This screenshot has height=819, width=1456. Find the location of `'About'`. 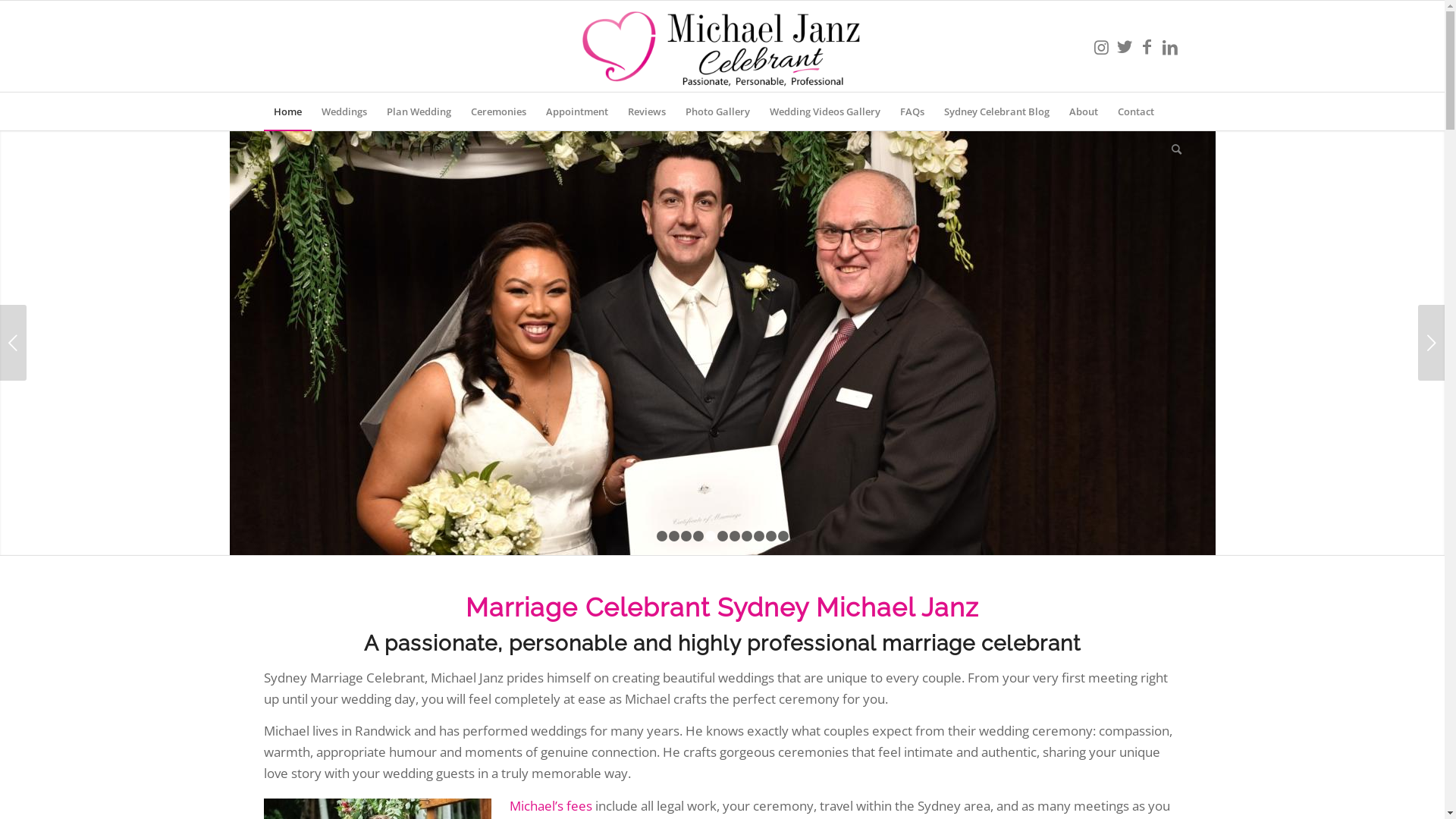

'About' is located at coordinates (1081, 110).